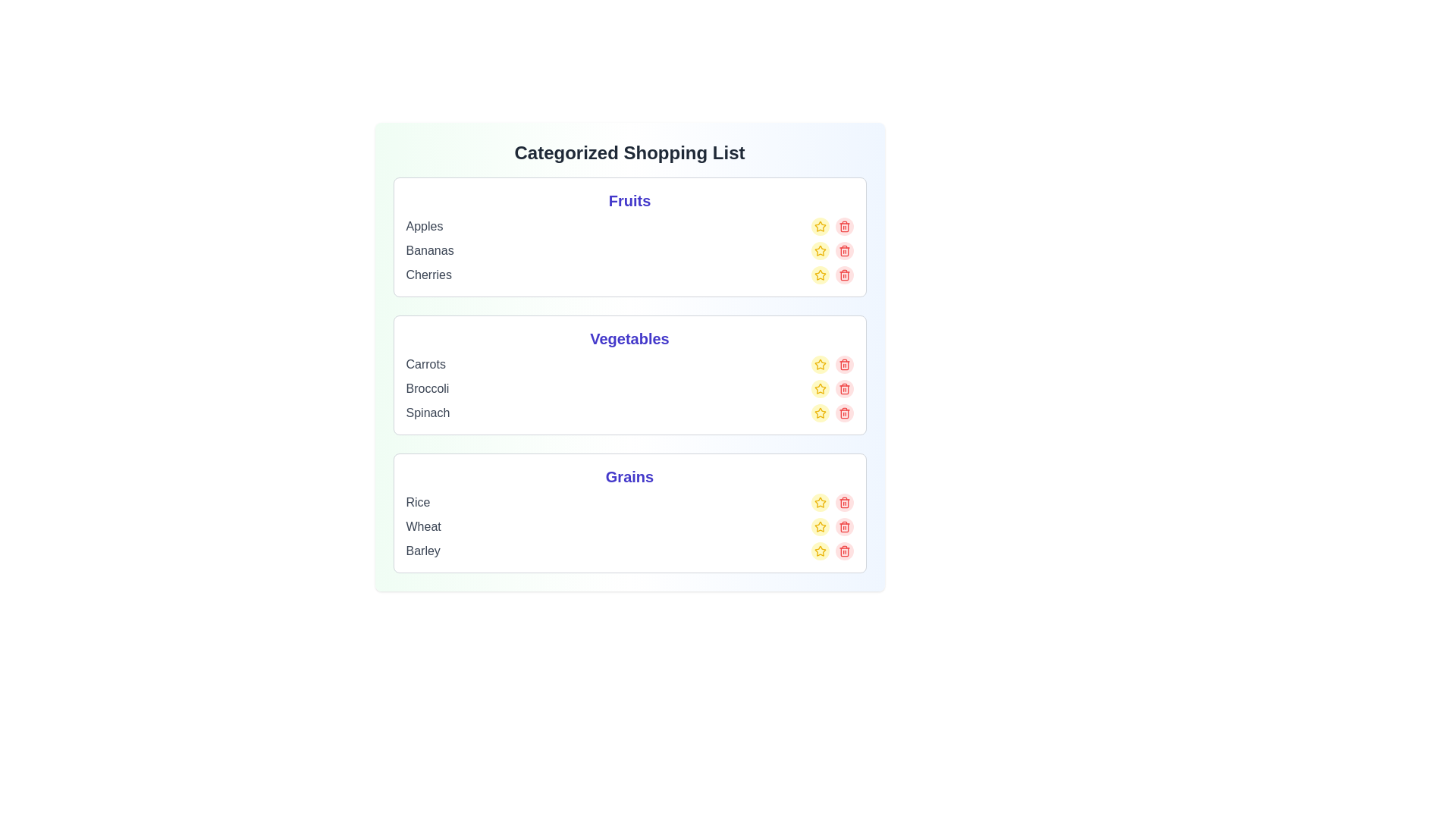 The width and height of the screenshot is (1456, 819). I want to click on the delete button for the item Cherries, so click(843, 275).